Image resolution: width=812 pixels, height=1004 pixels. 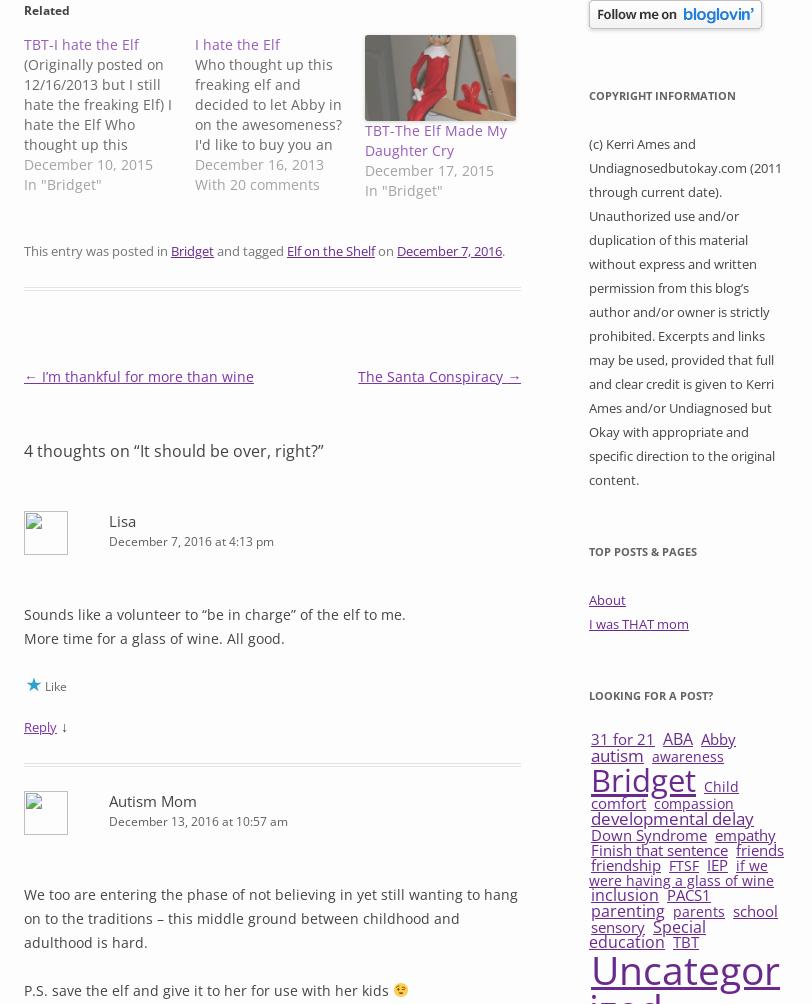 I want to click on 'We too are entering the phase of not believing in yet still wanting to hang on to the traditions – this middle ground between childhood and adulthood is hard.', so click(x=24, y=916).